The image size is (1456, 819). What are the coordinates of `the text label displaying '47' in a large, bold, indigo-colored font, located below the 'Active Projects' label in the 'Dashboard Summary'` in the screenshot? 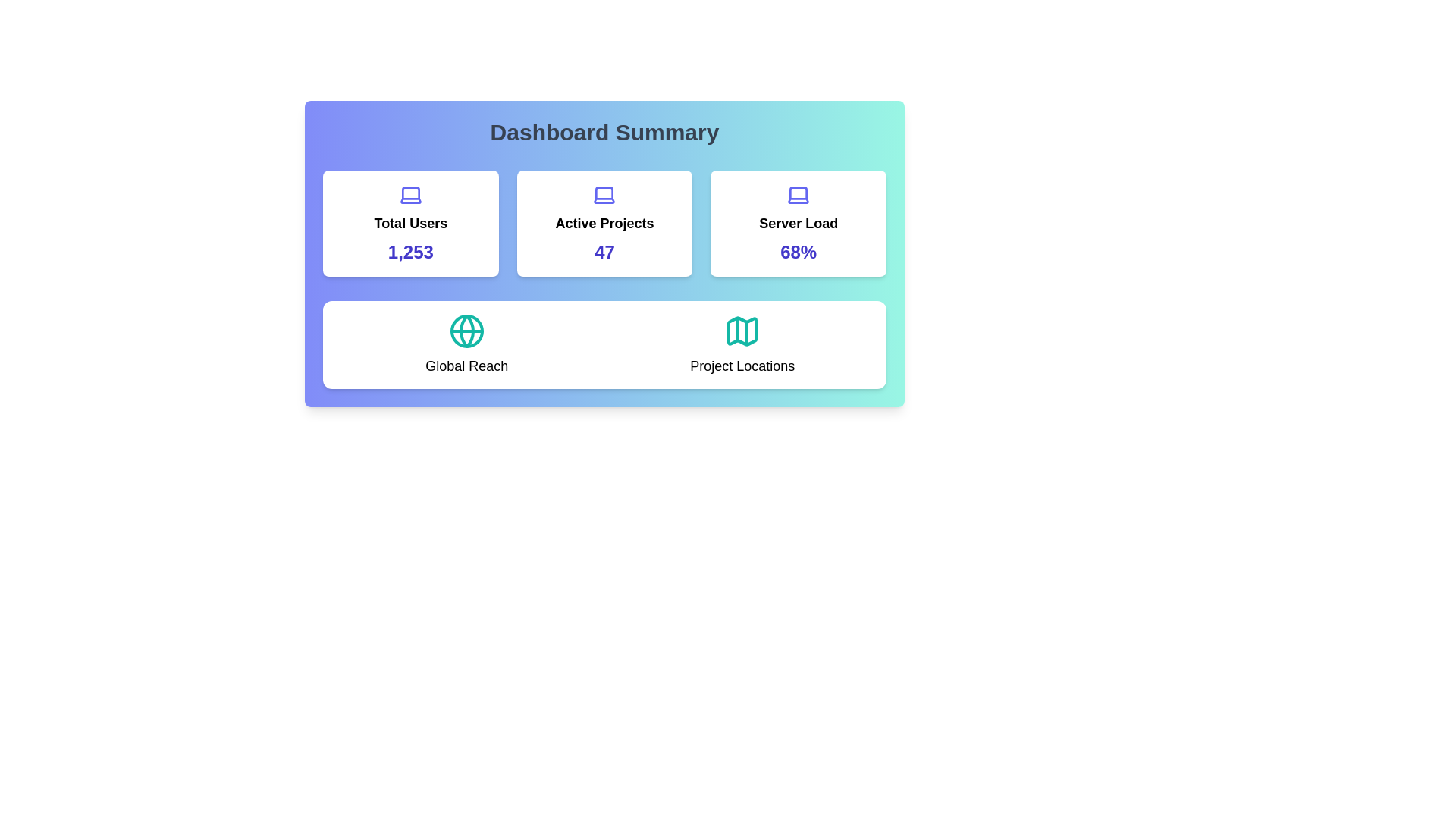 It's located at (604, 251).